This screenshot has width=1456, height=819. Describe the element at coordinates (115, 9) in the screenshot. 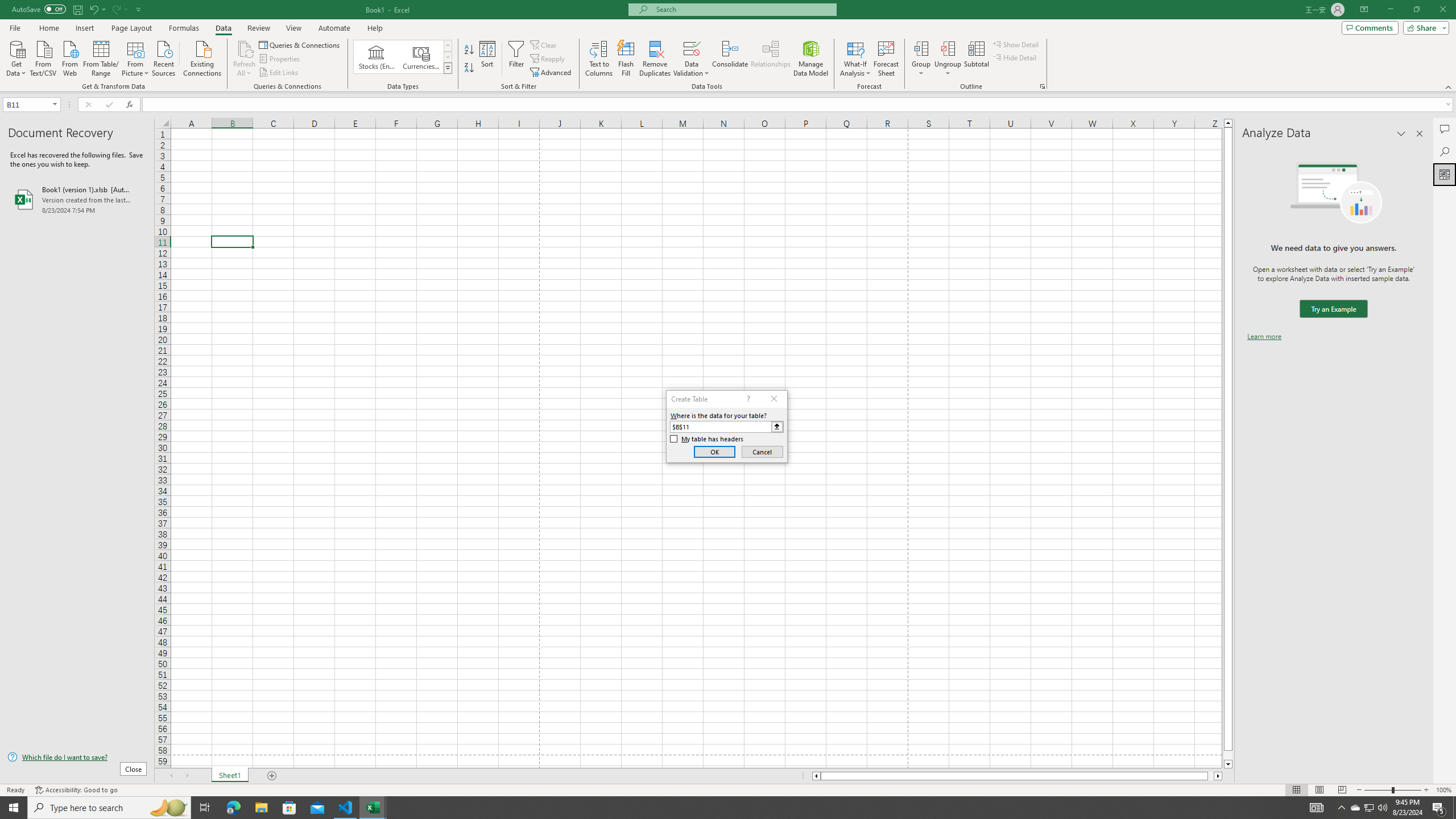

I see `'Redo'` at that location.